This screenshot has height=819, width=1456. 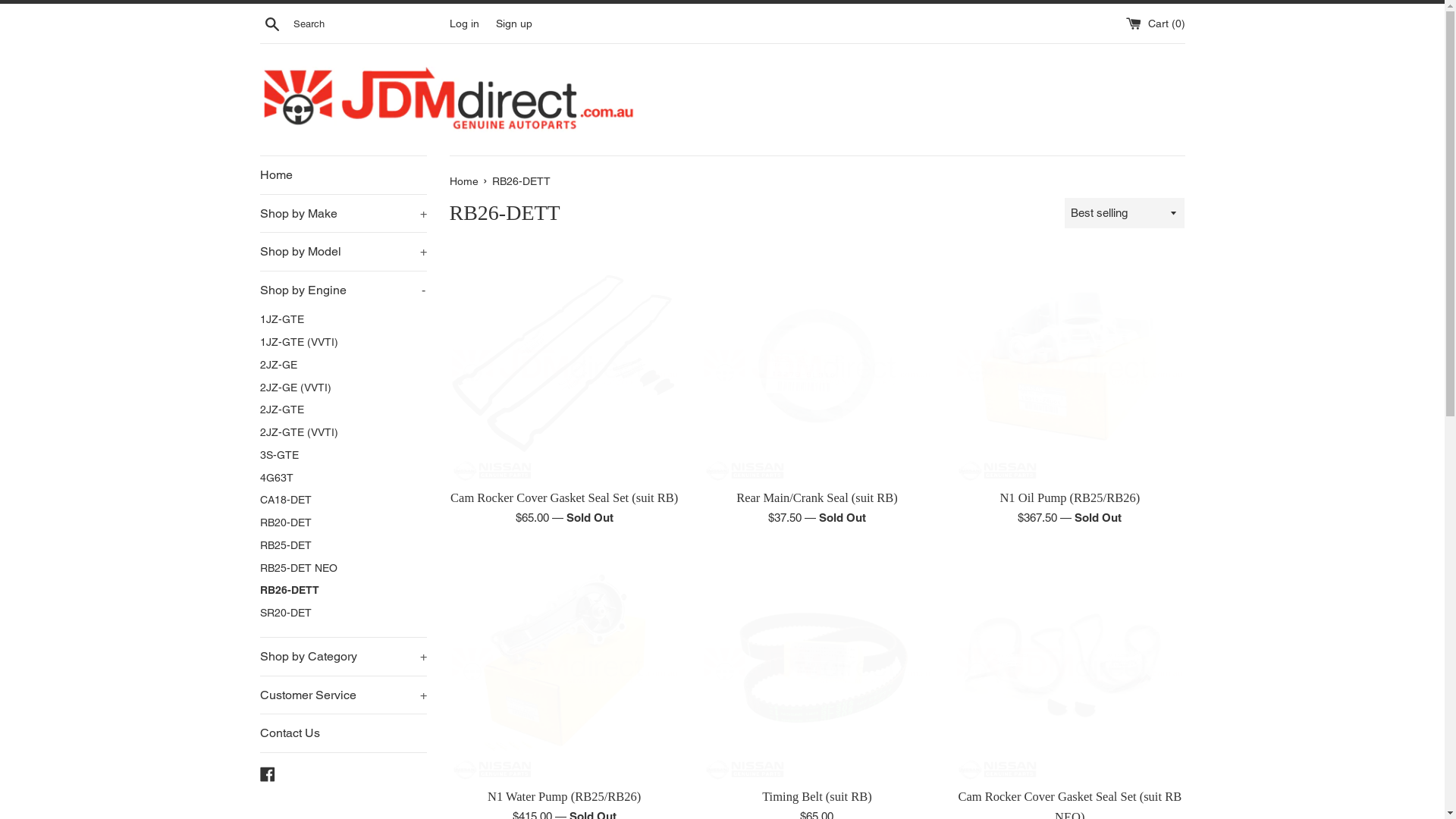 What do you see at coordinates (816, 497) in the screenshot?
I see `'Rear Main/Crank Seal (suit RB)'` at bounding box center [816, 497].